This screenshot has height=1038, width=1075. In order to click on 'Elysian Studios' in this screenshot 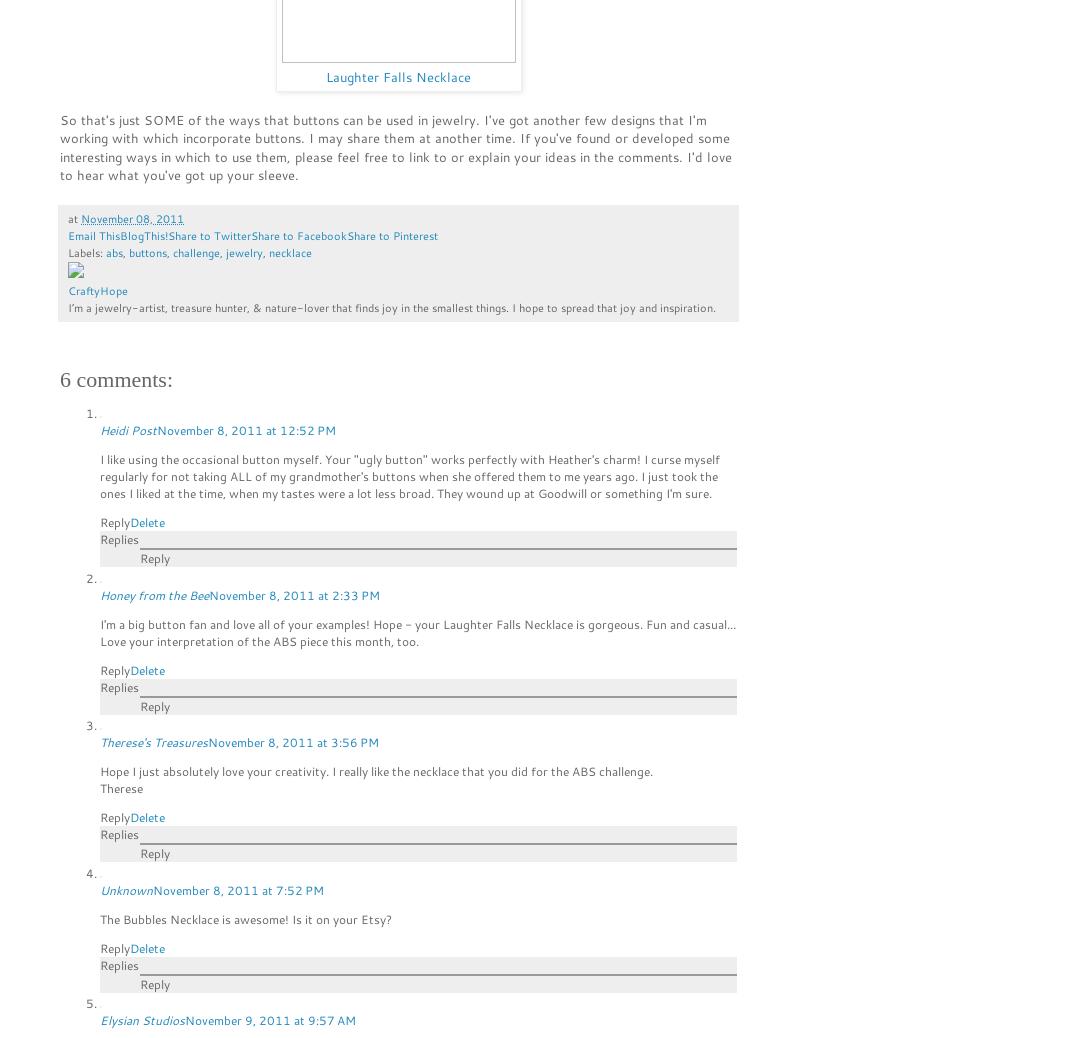, I will do `click(141, 1019)`.